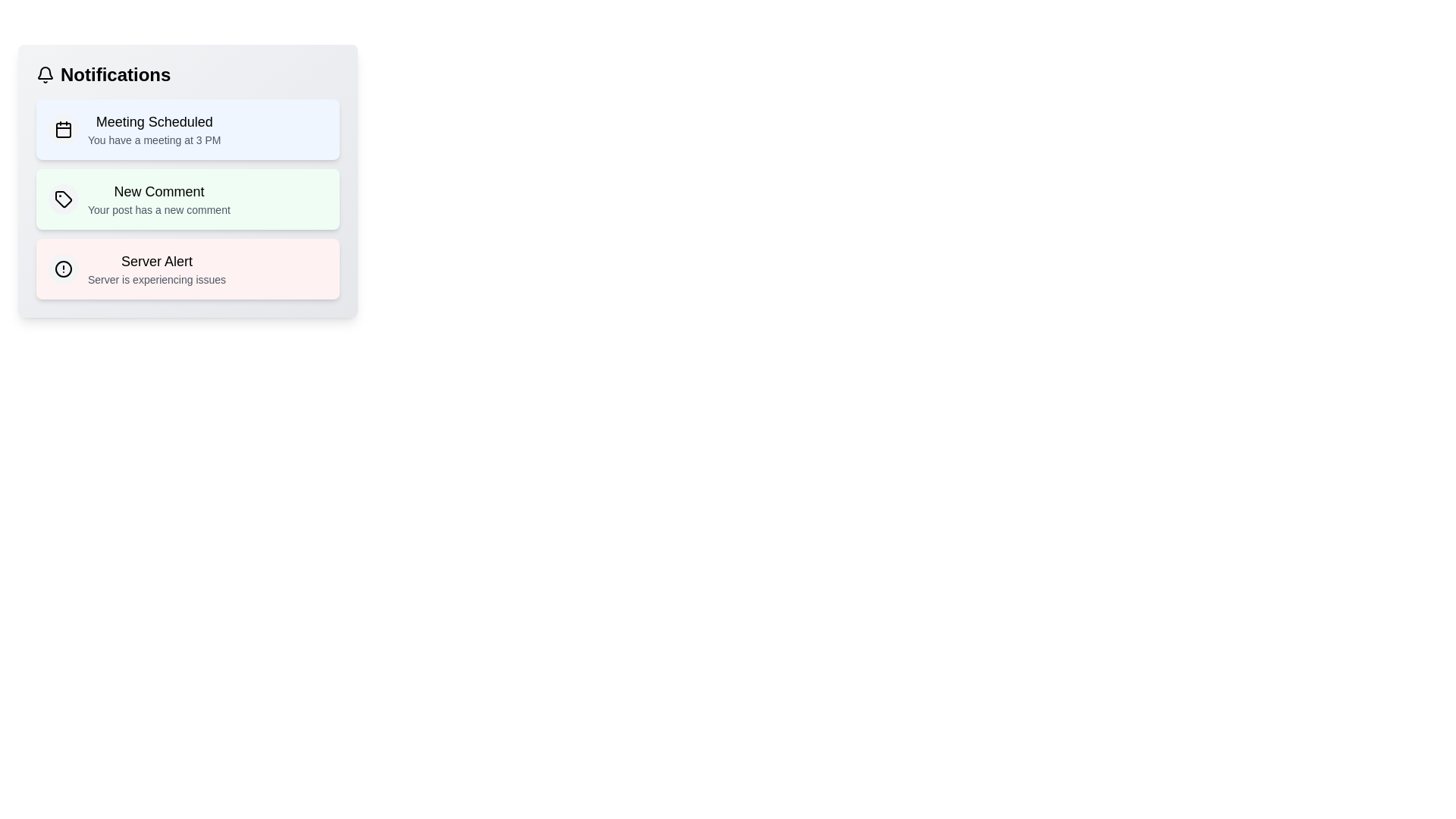 Image resolution: width=1456 pixels, height=819 pixels. What do you see at coordinates (187, 75) in the screenshot?
I see `the Notifications header to interact with the component` at bounding box center [187, 75].